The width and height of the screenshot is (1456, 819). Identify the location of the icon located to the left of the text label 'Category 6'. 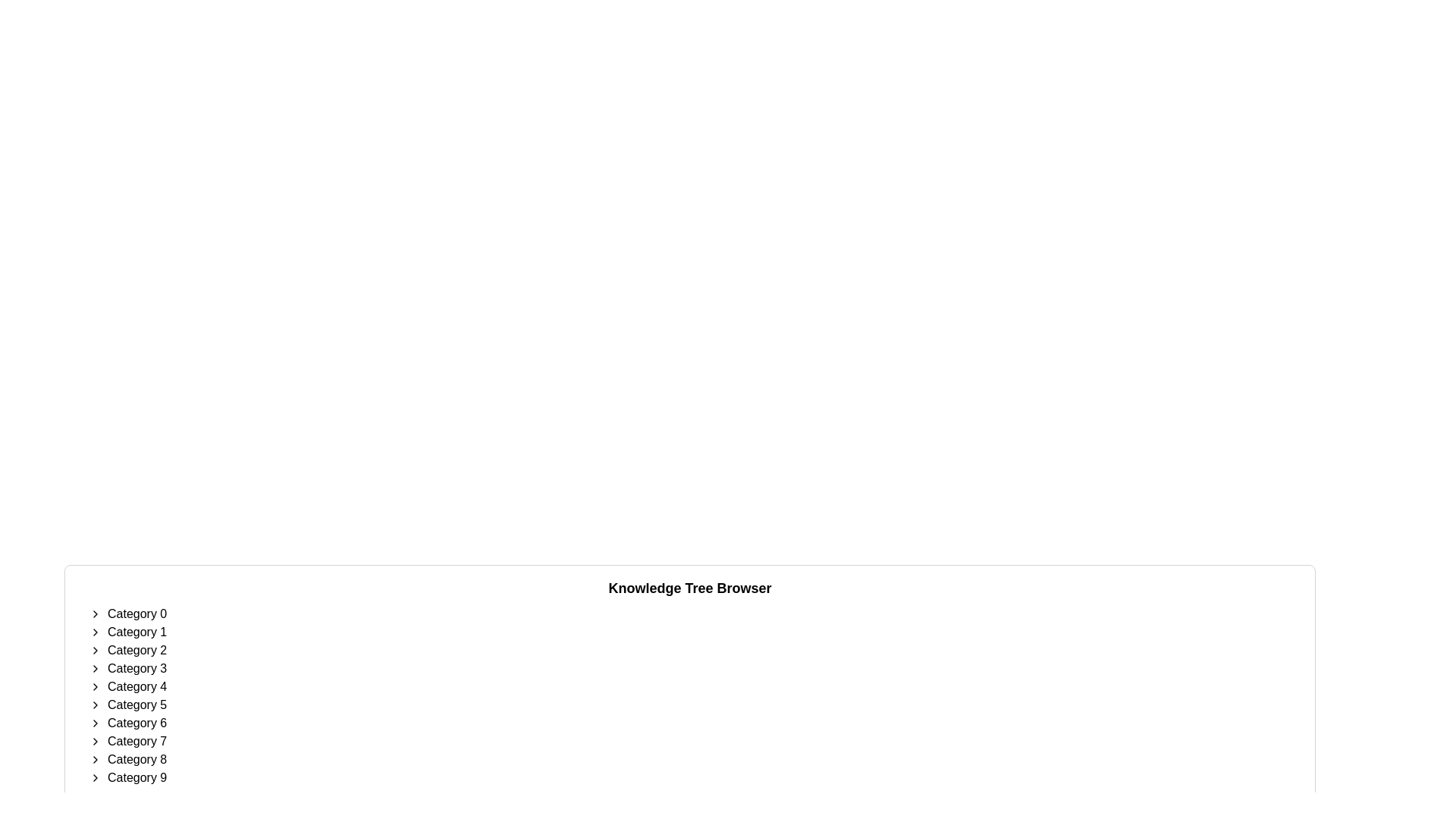
(94, 722).